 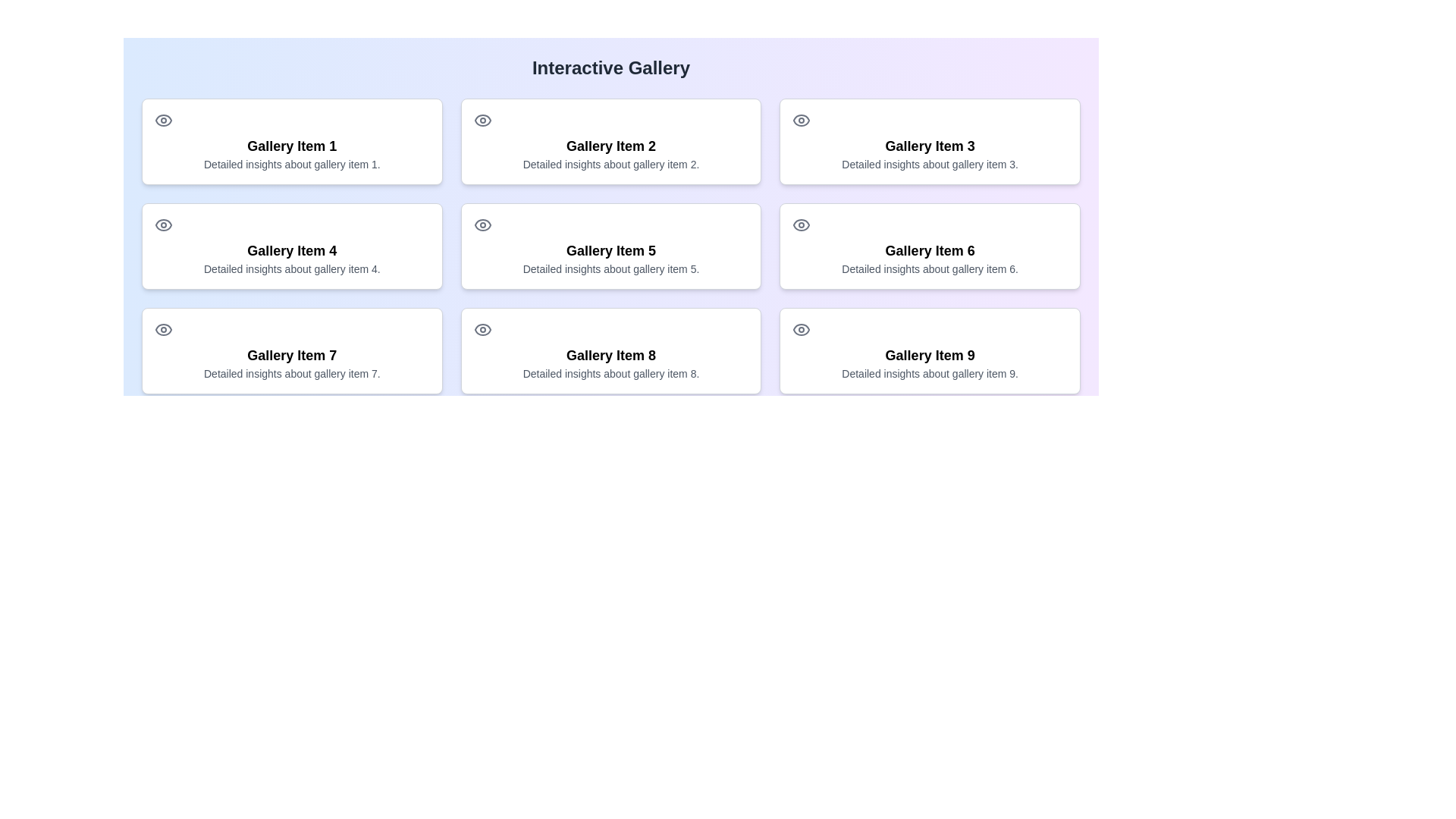 What do you see at coordinates (292, 245) in the screenshot?
I see `to select or activate the function of the Informative Card for 'Gallery Item 4', located in the first column of the second row of the grid` at bounding box center [292, 245].